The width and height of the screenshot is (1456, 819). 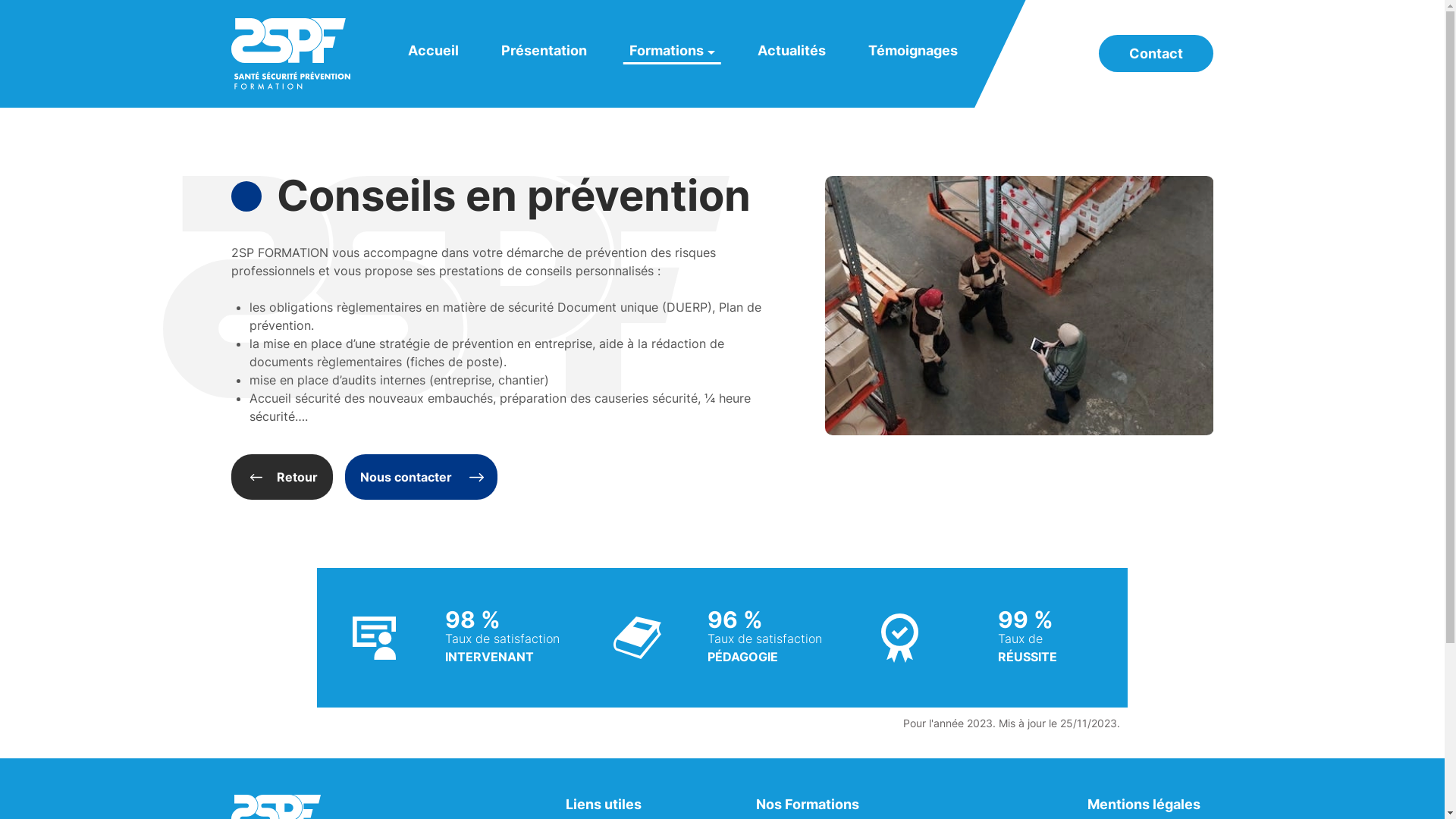 I want to click on 'Formations', so click(x=671, y=49).